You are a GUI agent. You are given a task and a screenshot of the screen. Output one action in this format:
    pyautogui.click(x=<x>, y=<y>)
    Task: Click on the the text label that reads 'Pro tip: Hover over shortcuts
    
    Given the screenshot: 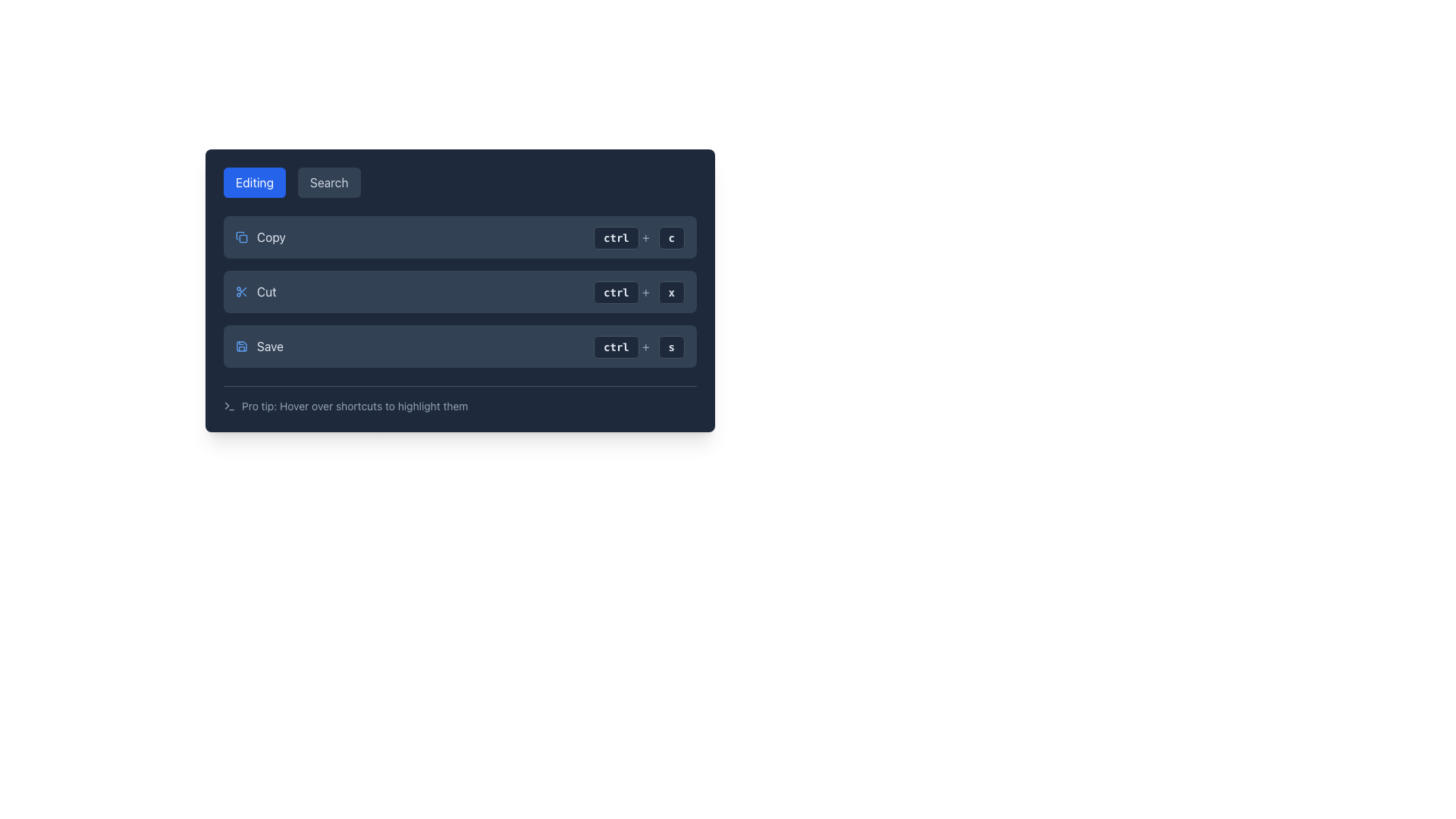 What is the action you would take?
    pyautogui.click(x=354, y=406)
    